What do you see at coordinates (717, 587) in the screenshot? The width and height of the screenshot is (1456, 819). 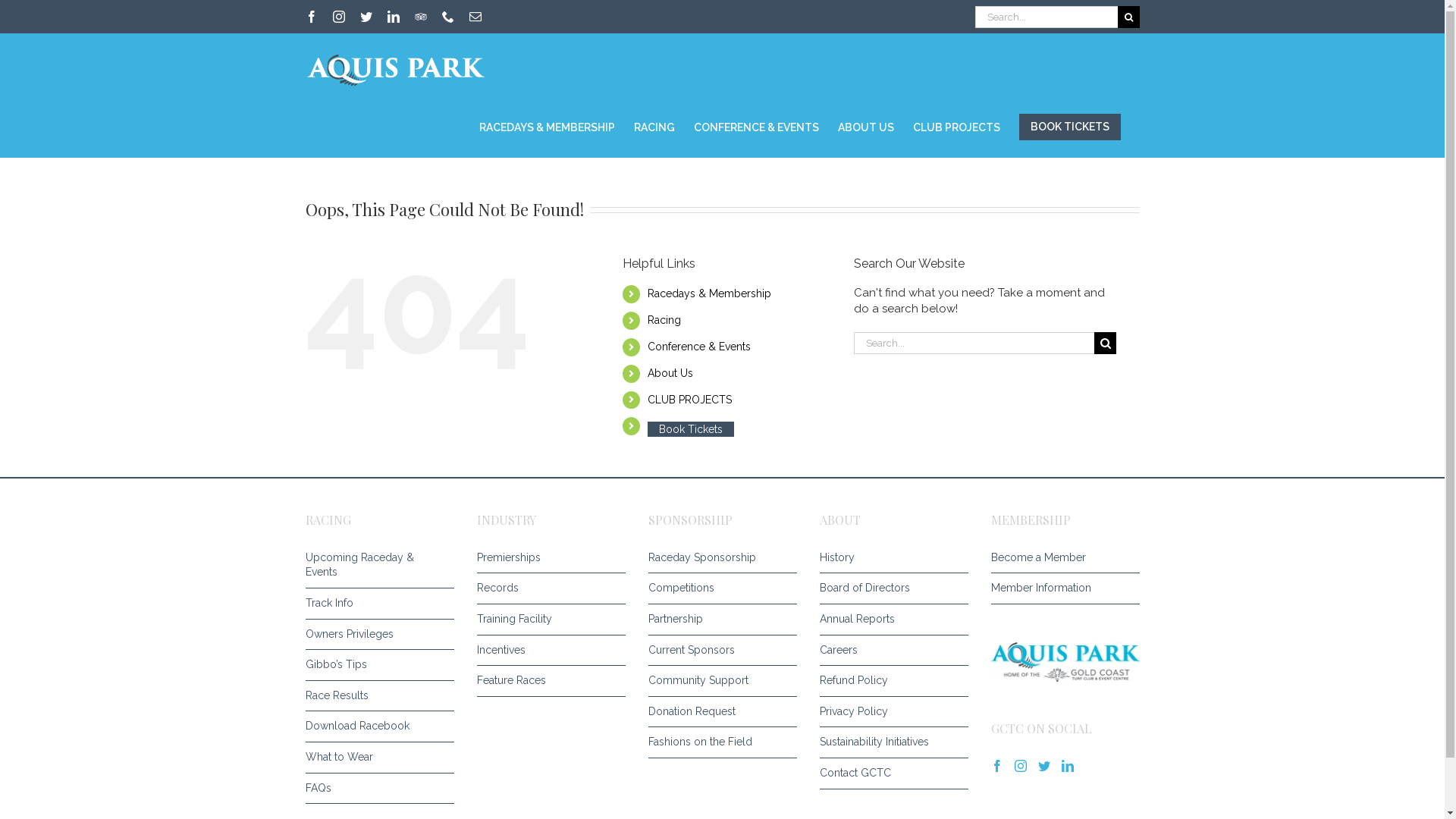 I see `'Competitions'` at bounding box center [717, 587].